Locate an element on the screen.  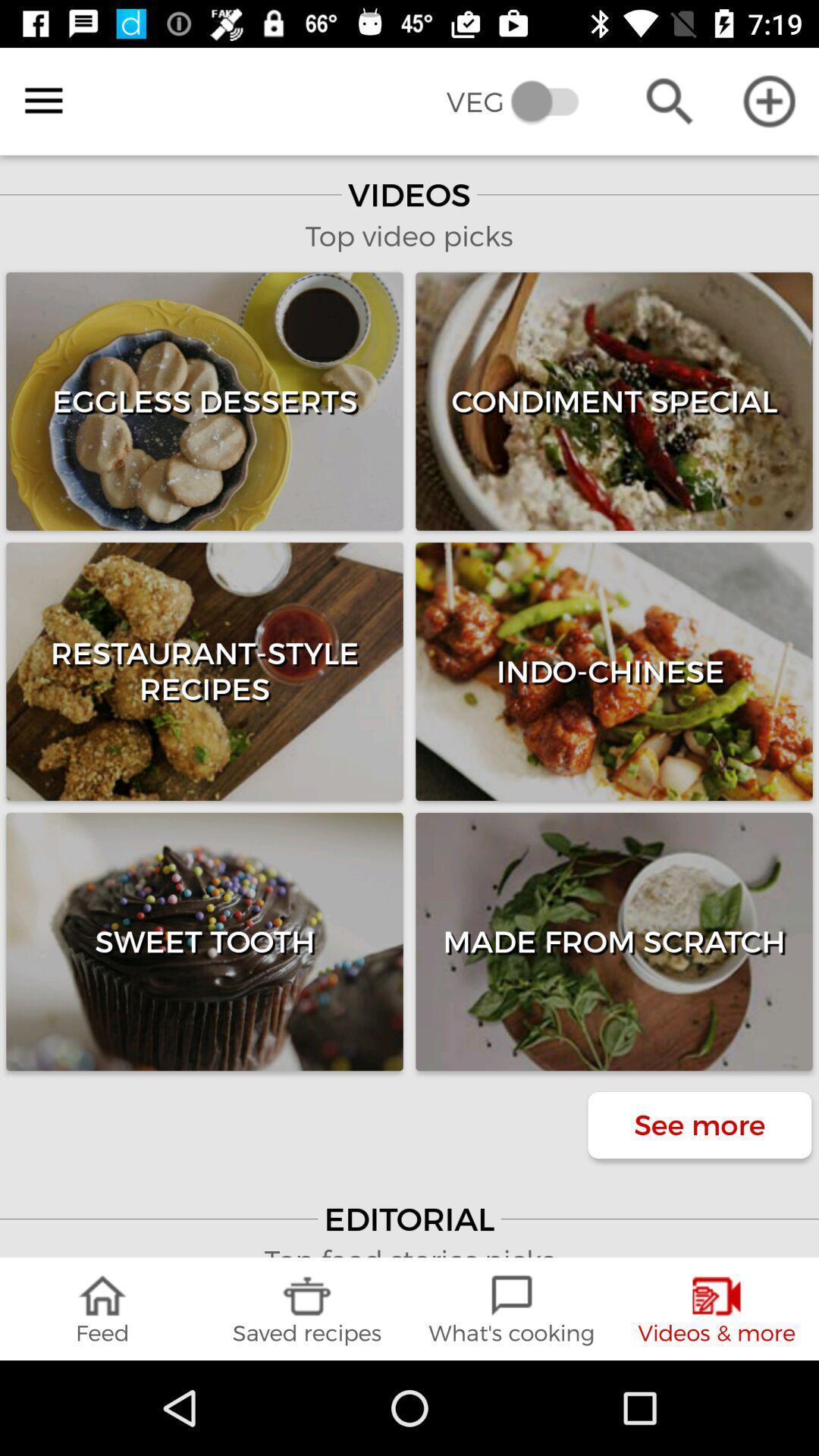
see more item is located at coordinates (699, 1125).